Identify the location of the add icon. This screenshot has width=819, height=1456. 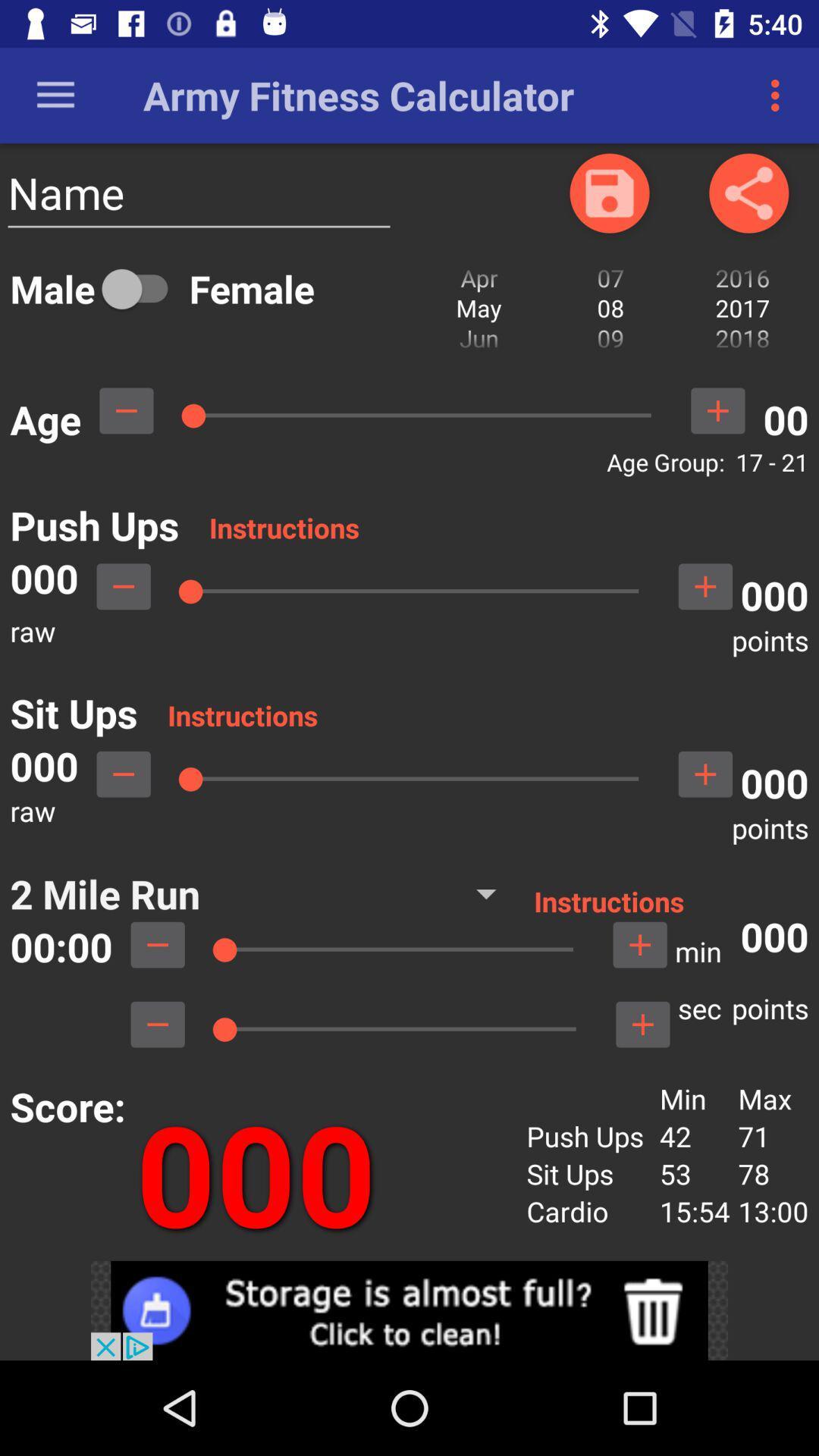
(705, 585).